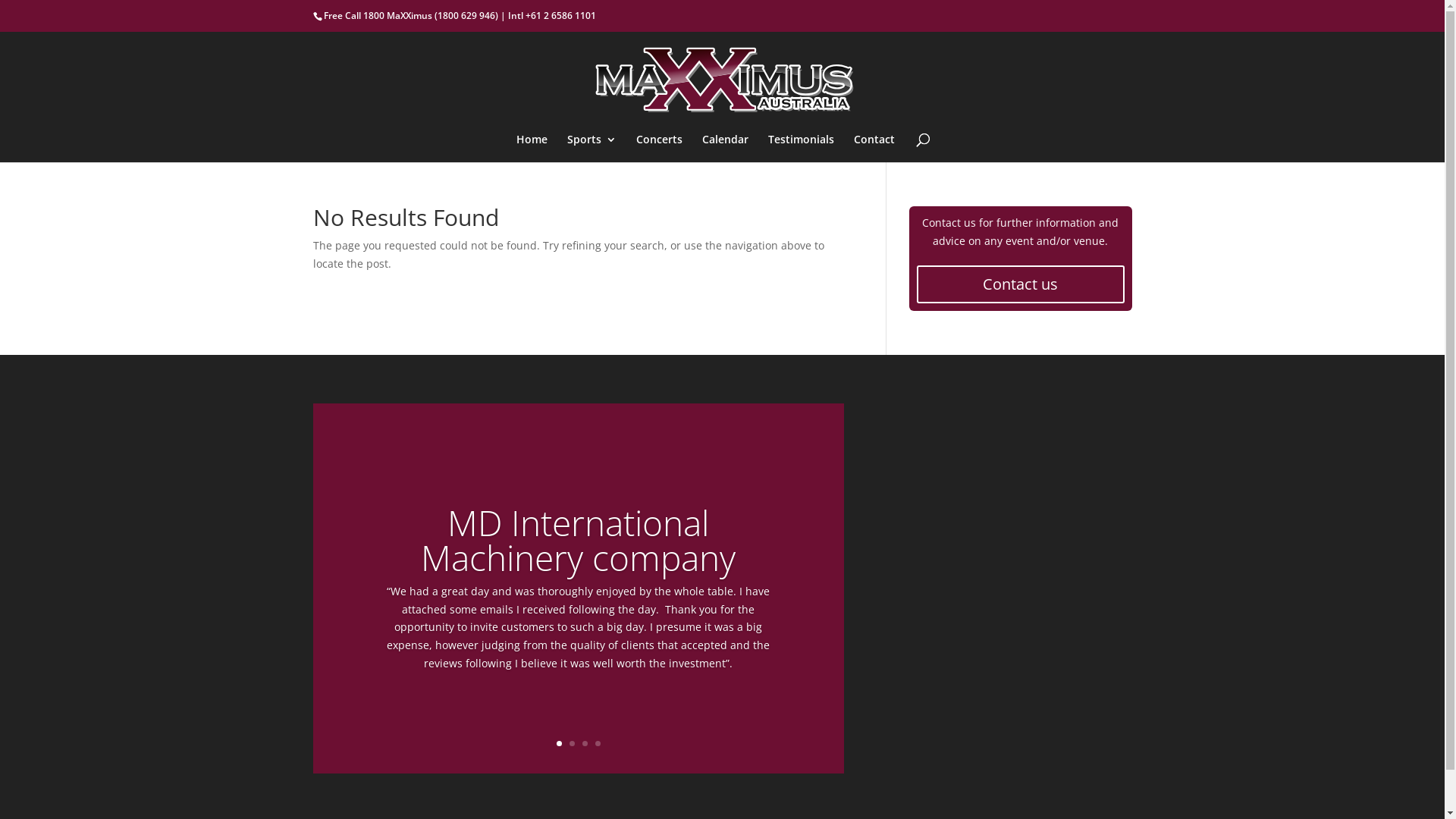 This screenshot has height=819, width=1456. I want to click on 'Contact us', so click(1019, 284).